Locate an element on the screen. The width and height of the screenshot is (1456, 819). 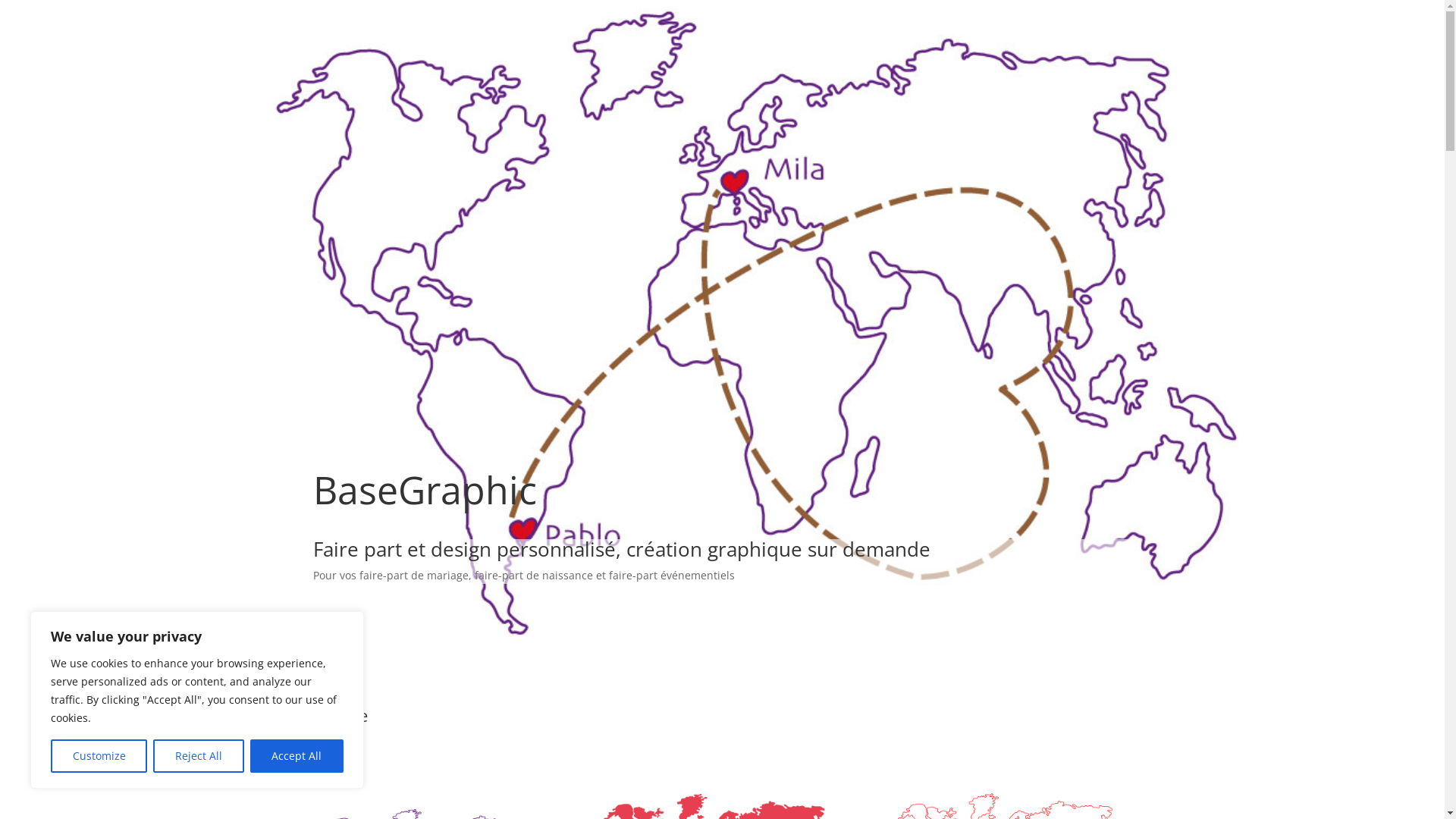
'Accept All' is located at coordinates (297, 755).